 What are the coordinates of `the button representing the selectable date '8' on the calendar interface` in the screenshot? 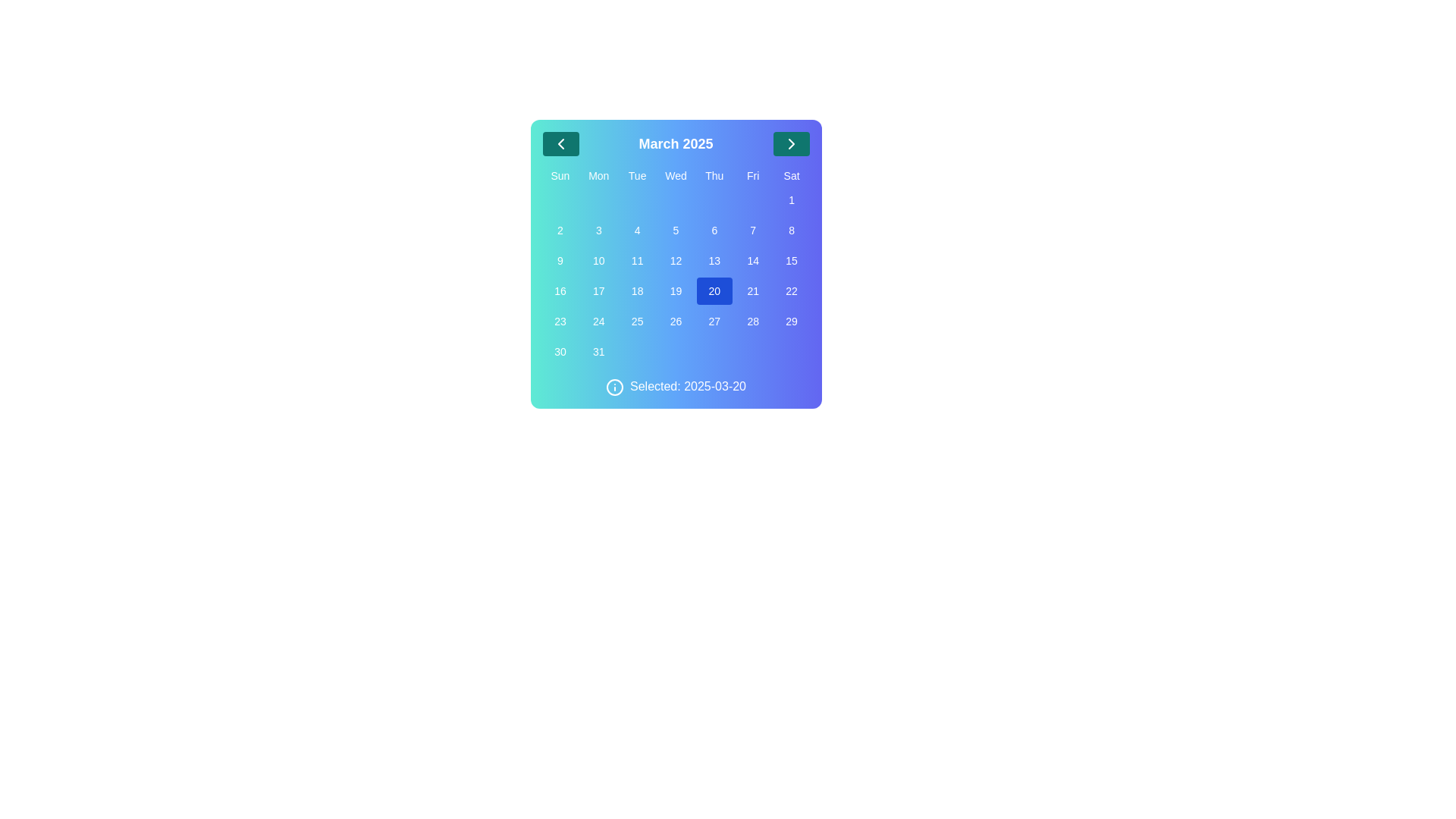 It's located at (791, 231).